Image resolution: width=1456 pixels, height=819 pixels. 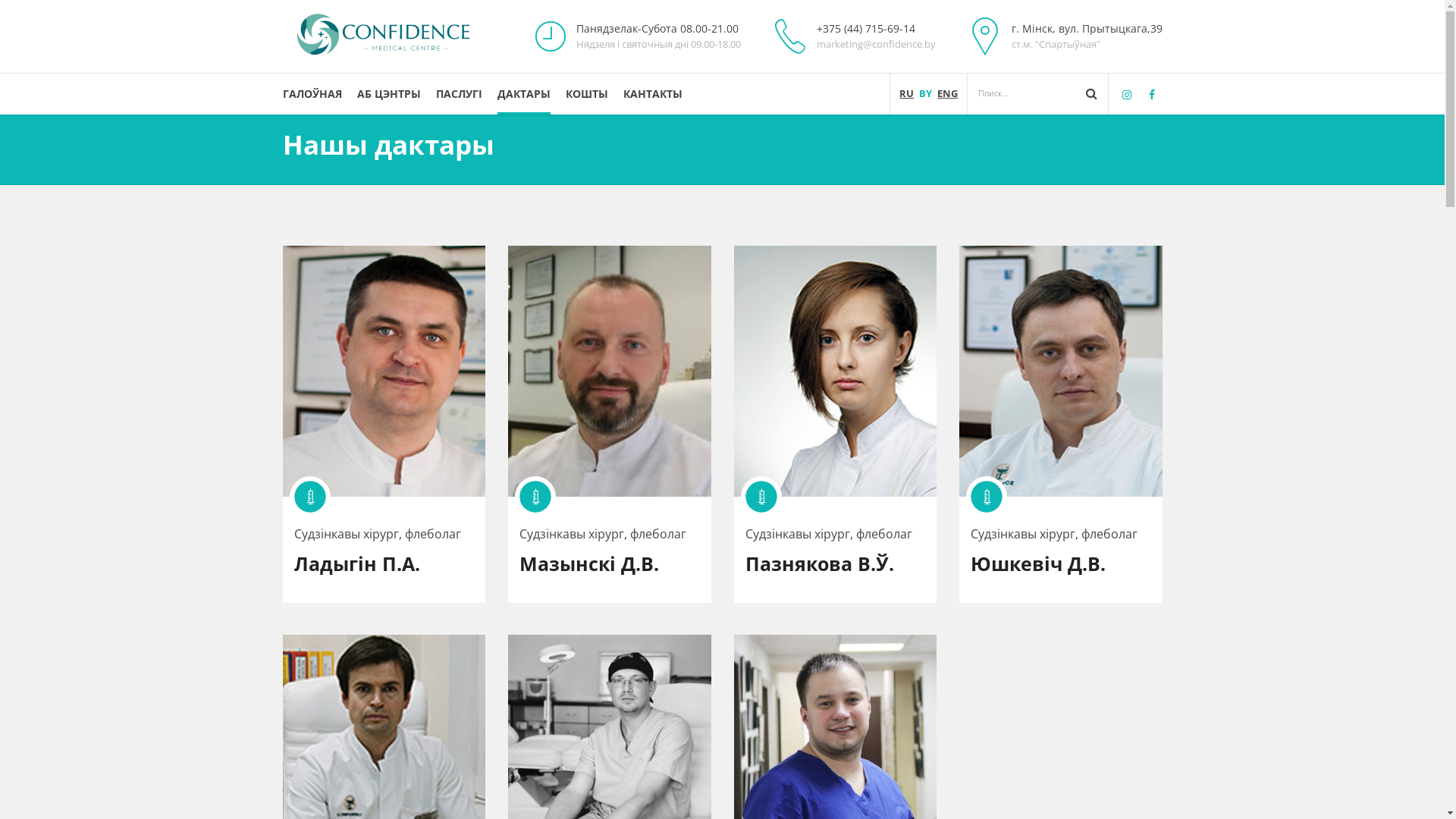 I want to click on 'ENG', so click(x=946, y=93).